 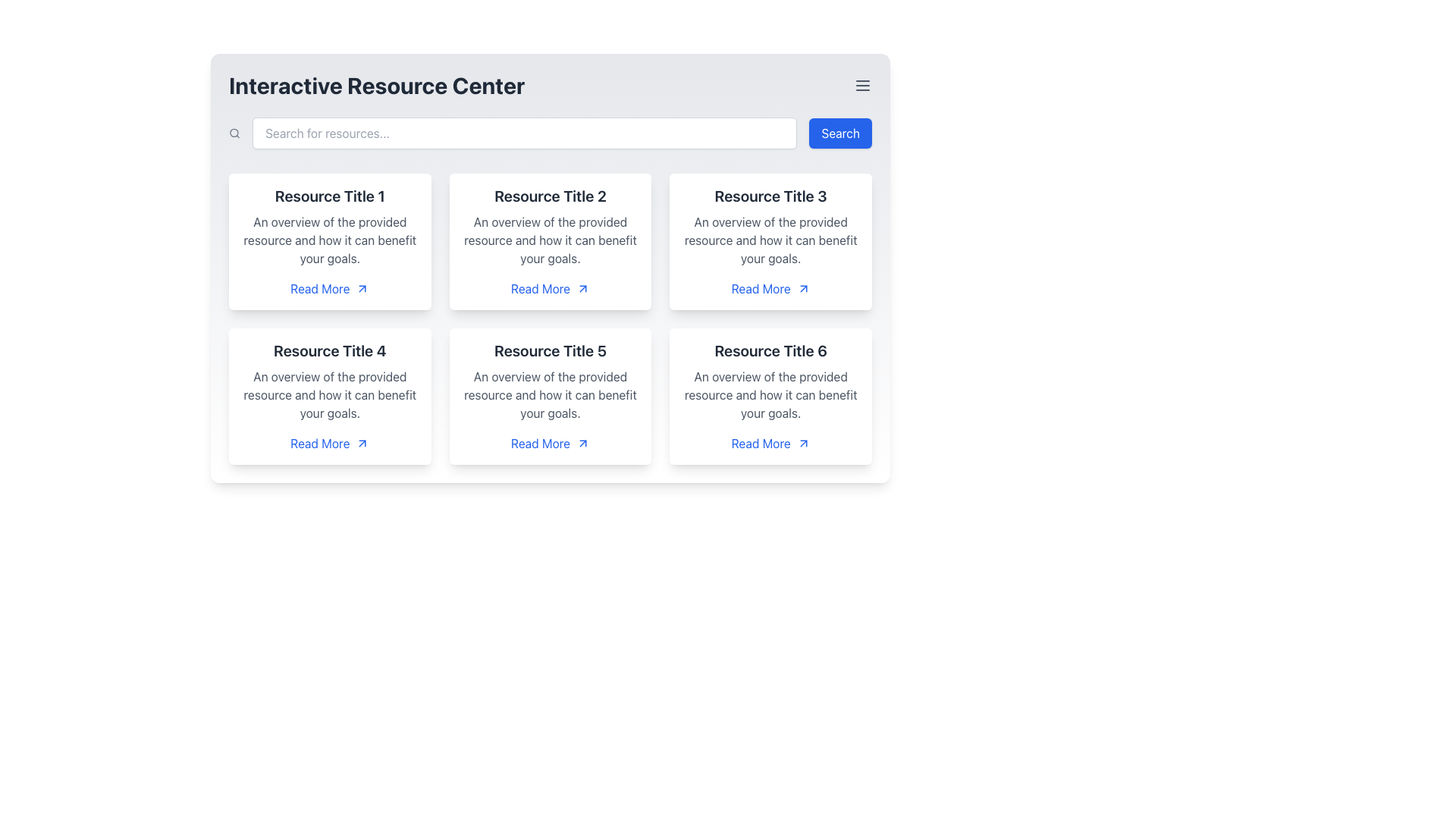 What do you see at coordinates (329, 195) in the screenshot?
I see `the 'Resource Title 1' text label, which is styled in bold and dark gray, located in the top-left card of the grid layout` at bounding box center [329, 195].